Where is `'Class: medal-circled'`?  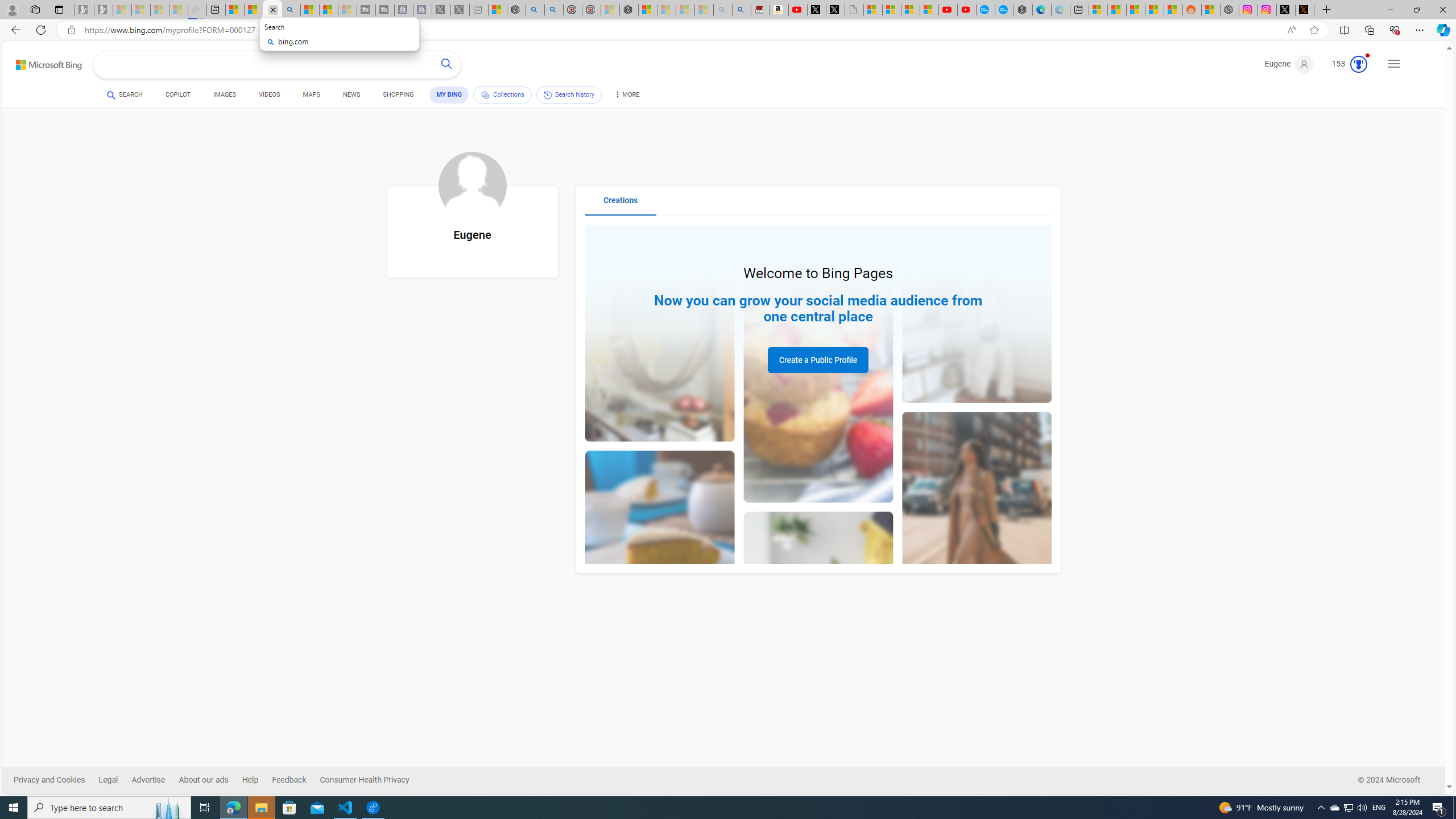
'Class: medal-circled' is located at coordinates (1358, 64).